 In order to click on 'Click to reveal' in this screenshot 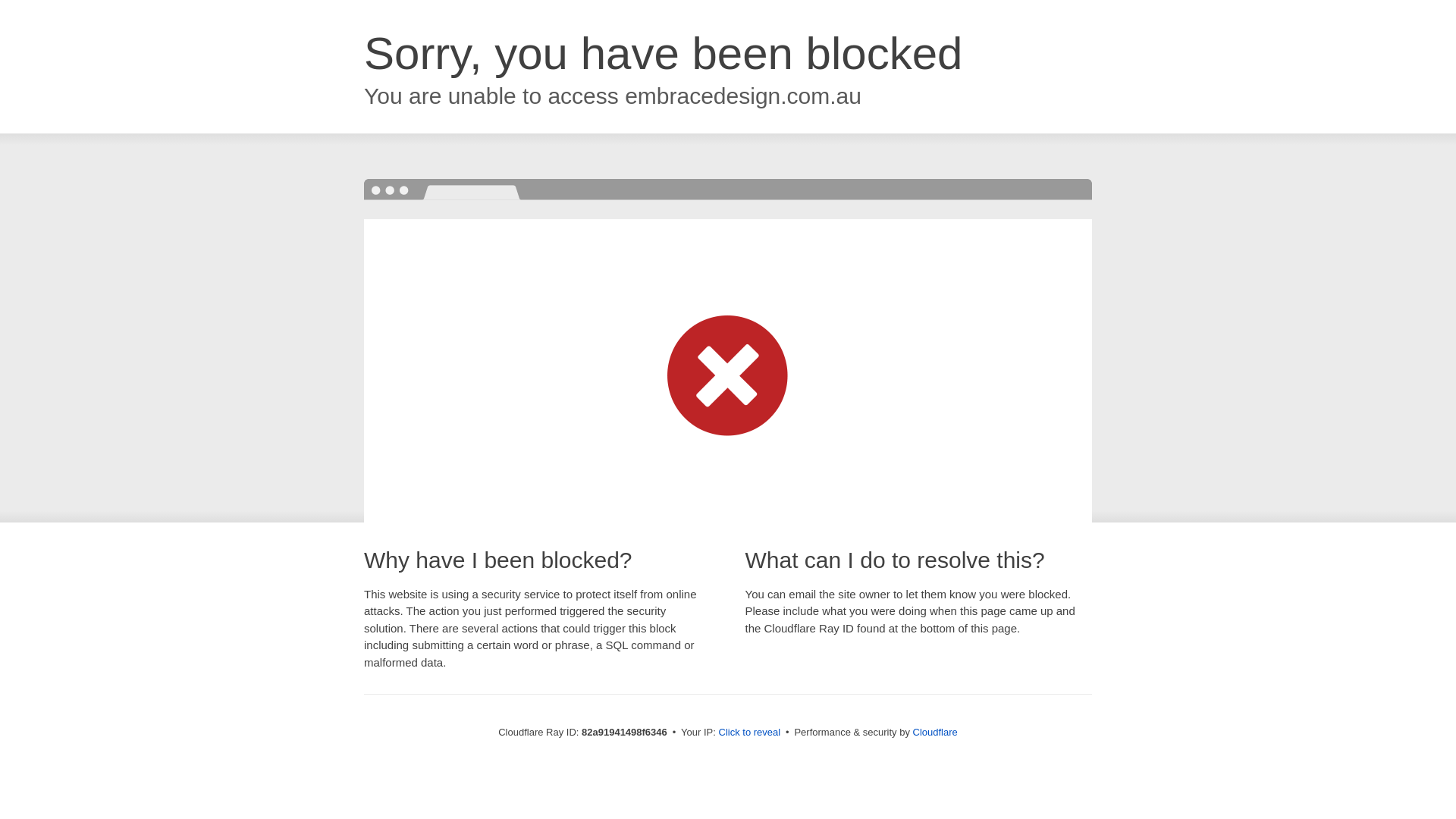, I will do `click(749, 731)`.